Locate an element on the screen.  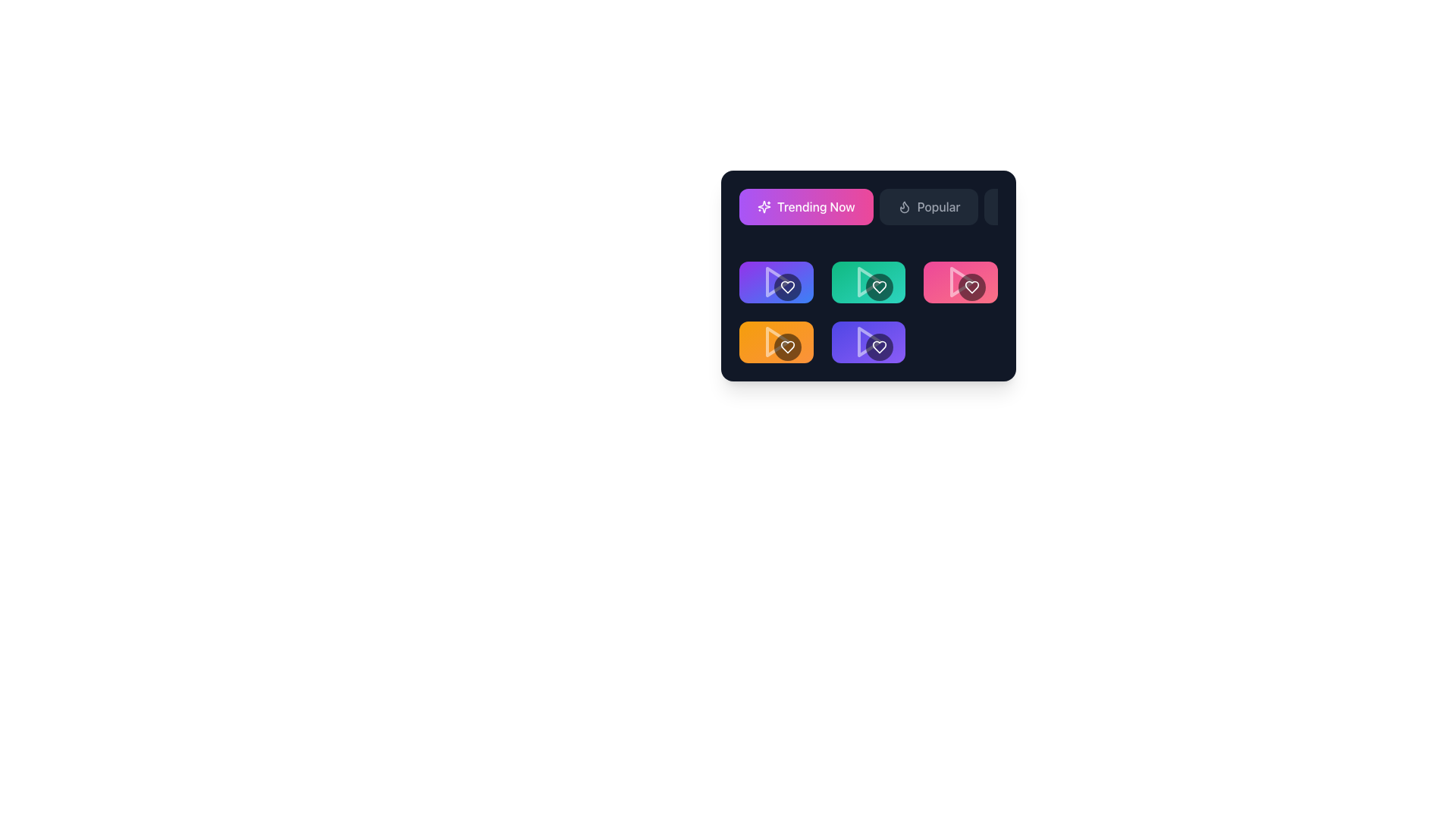
the third content tile in the second row of a grid layout to initiate interaction is located at coordinates (776, 342).